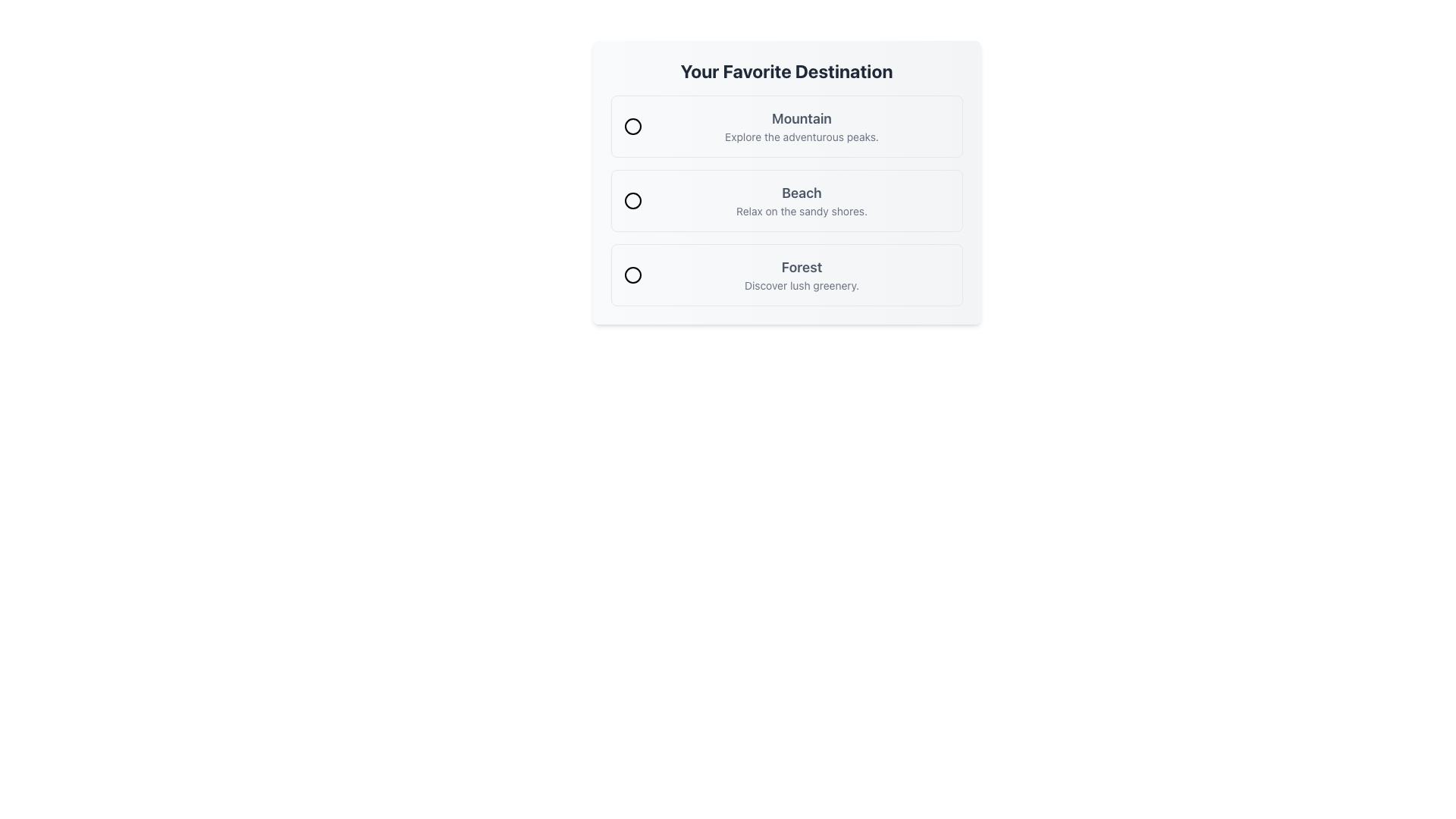 The width and height of the screenshot is (1456, 819). I want to click on the radio button for the 'Beach' option, which is positioned to the left of the text 'Beach' in the survey selection menu, so click(632, 200).